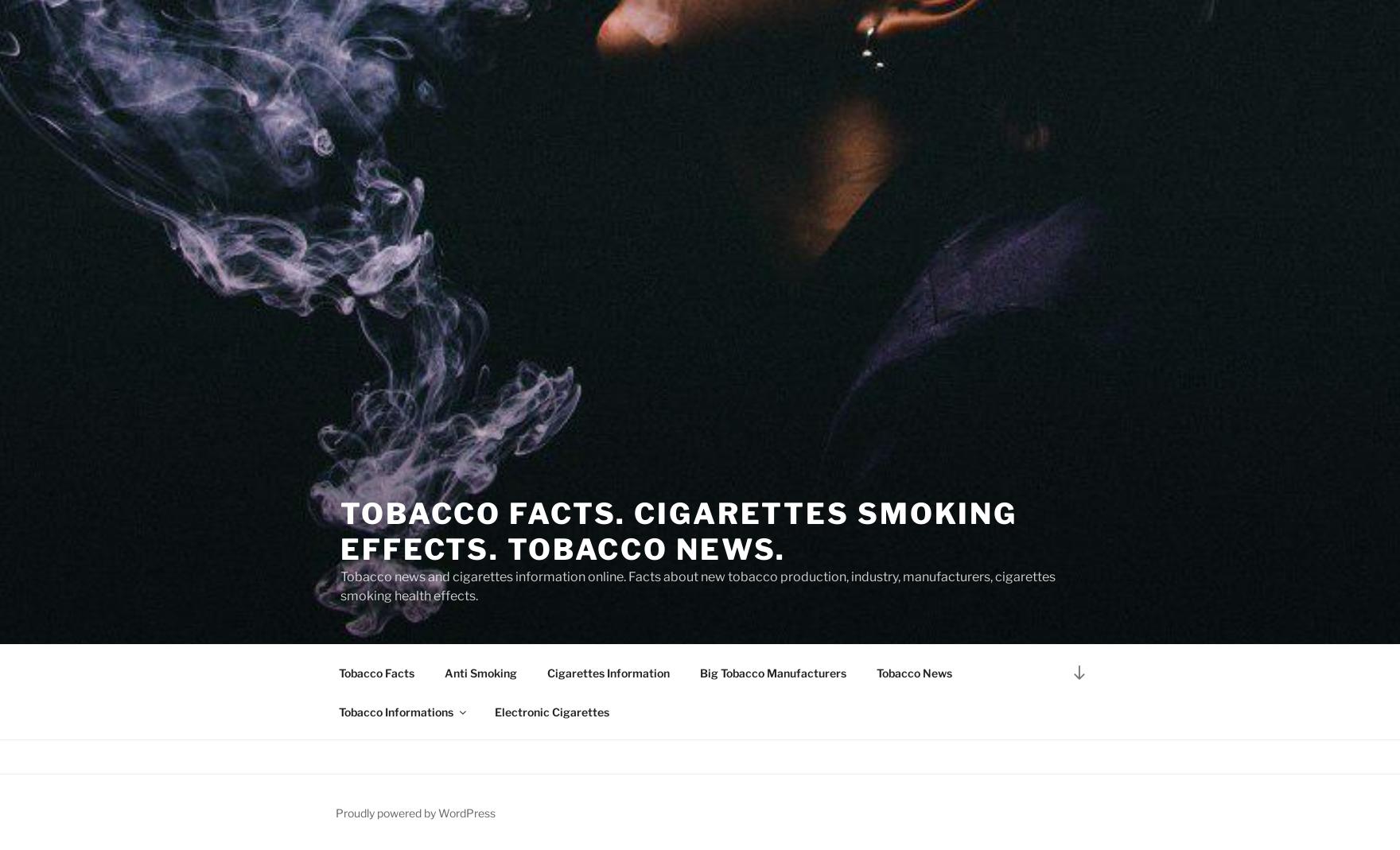 The height and width of the screenshot is (850, 1400). What do you see at coordinates (480, 672) in the screenshot?
I see `'Anti Smoking'` at bounding box center [480, 672].